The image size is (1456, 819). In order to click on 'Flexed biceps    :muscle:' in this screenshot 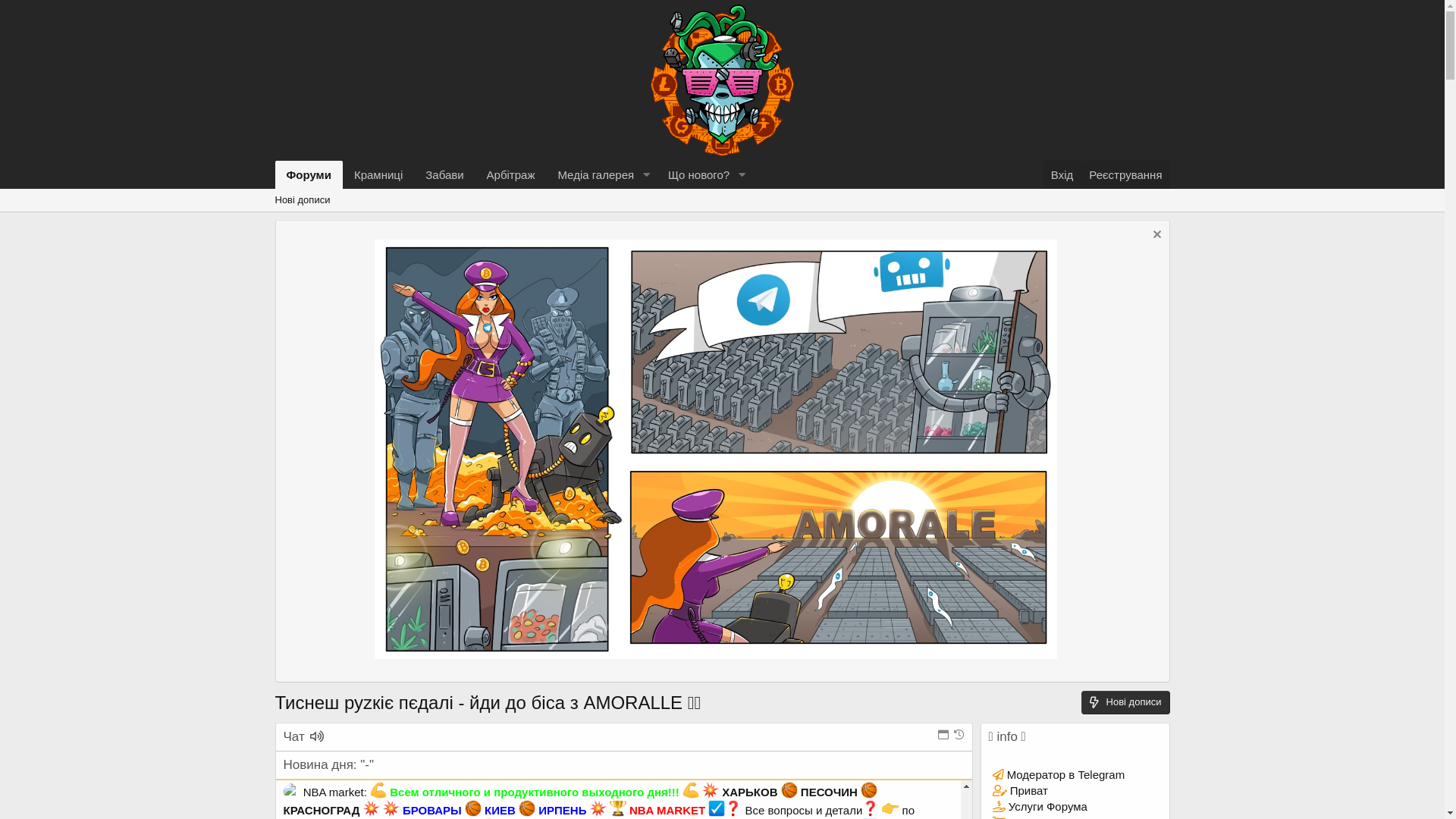, I will do `click(378, 789)`.